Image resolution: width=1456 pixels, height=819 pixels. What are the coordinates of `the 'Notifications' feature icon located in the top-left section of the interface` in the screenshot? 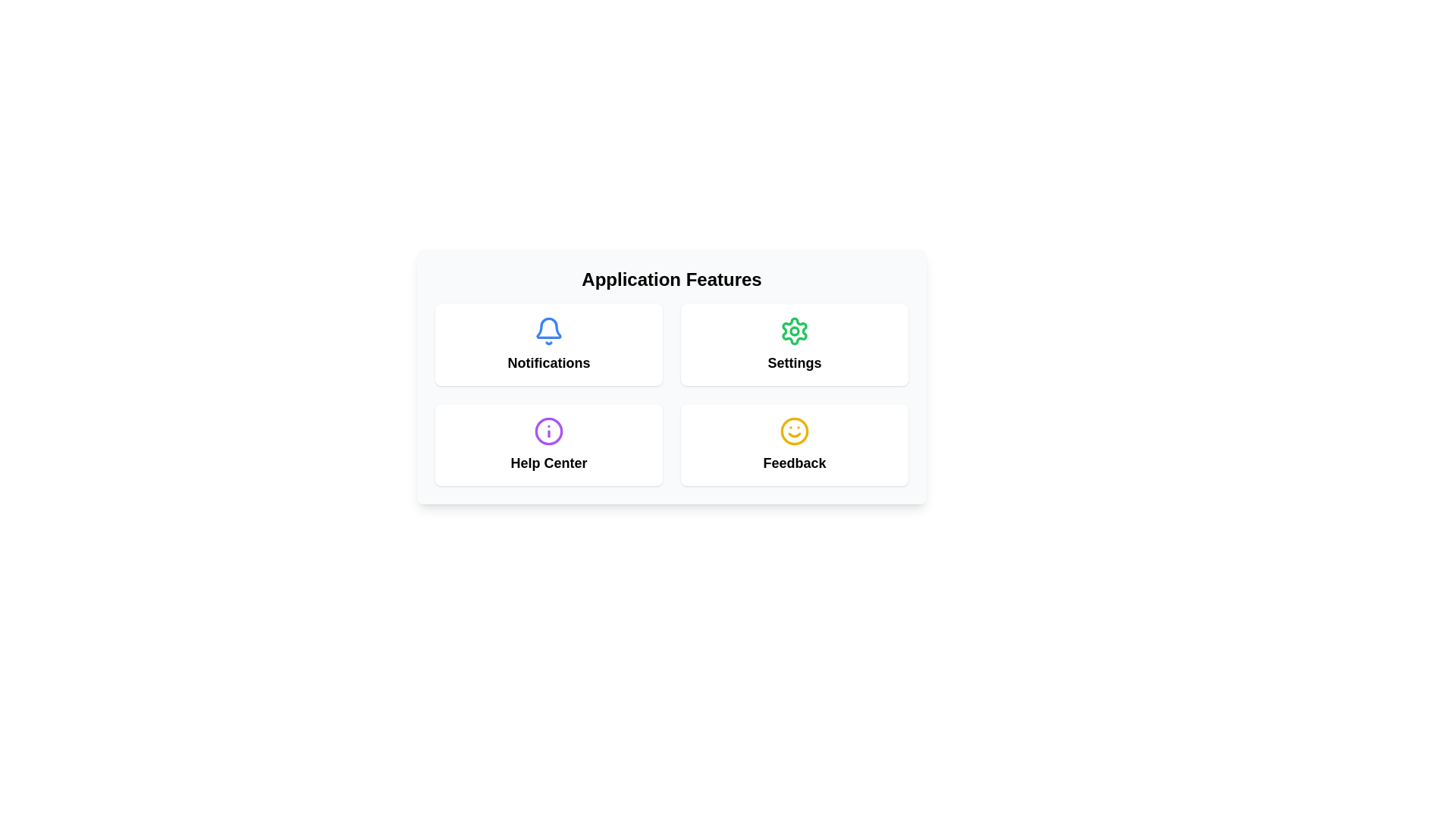 It's located at (548, 345).